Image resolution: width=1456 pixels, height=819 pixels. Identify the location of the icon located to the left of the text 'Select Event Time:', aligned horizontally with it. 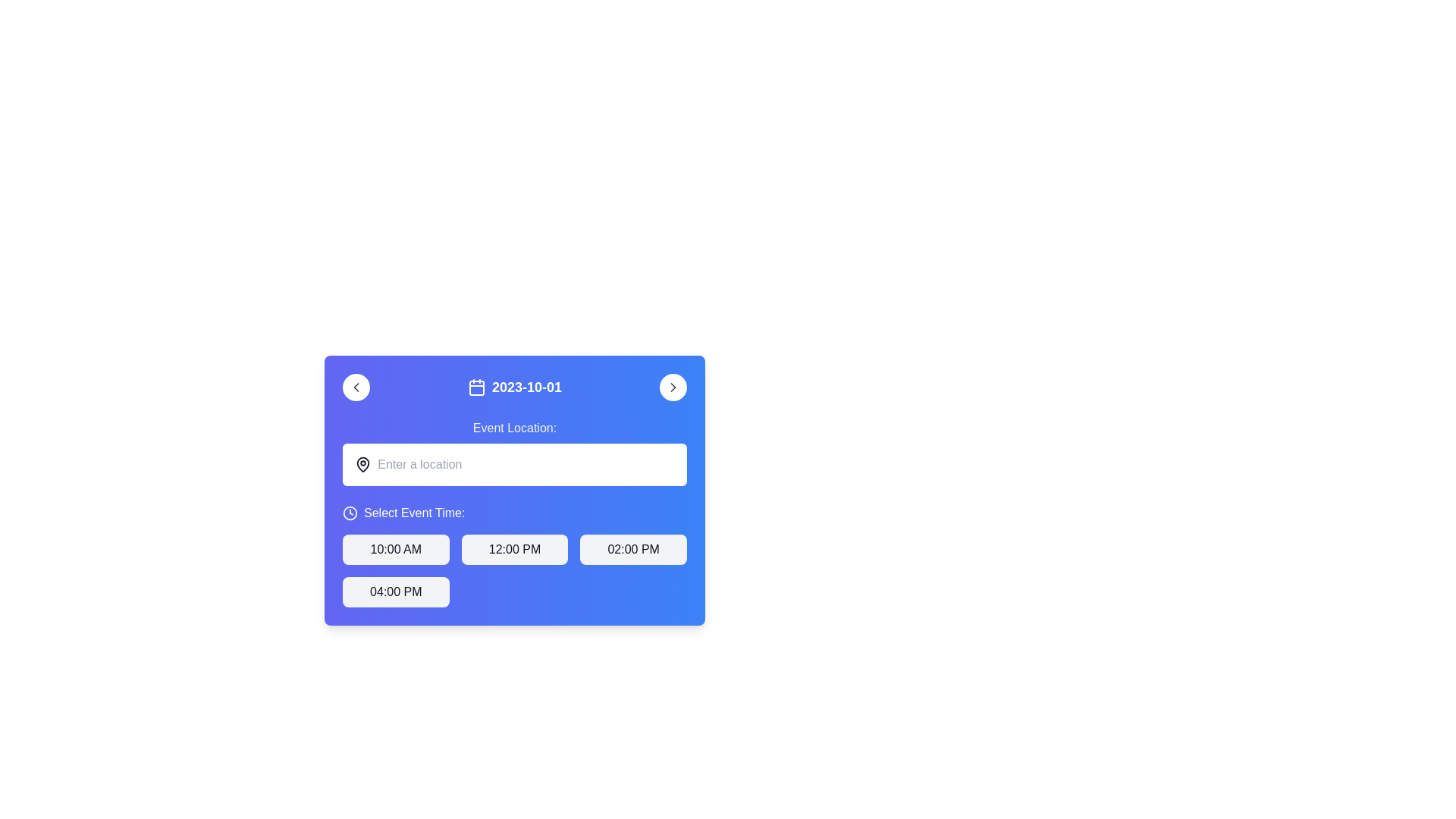
(349, 513).